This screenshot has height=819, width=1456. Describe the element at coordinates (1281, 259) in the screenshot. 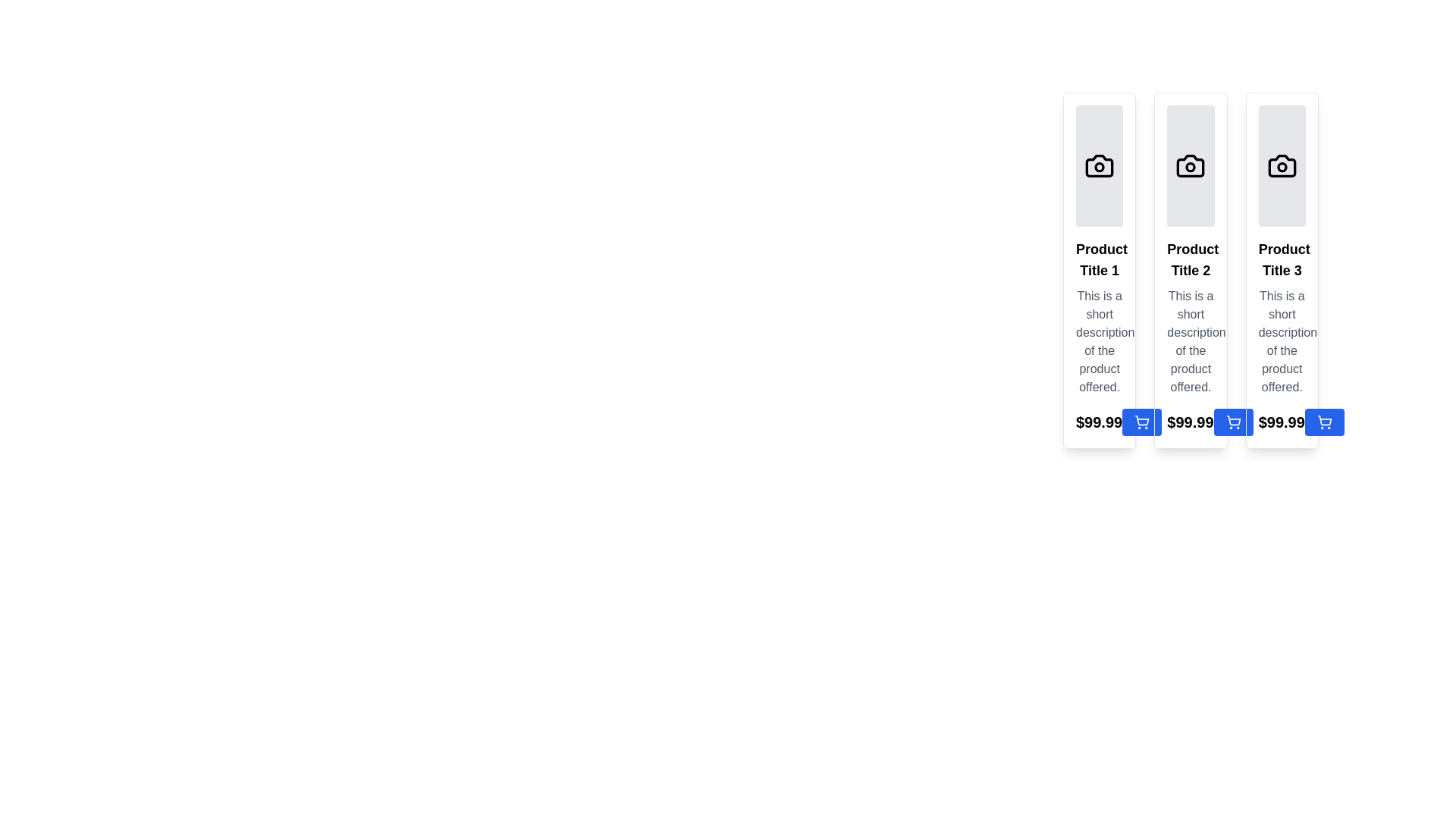

I see `the product title text label located at the top third of the third product card in a horizontally aligned list to potentially reveal additional information` at that location.